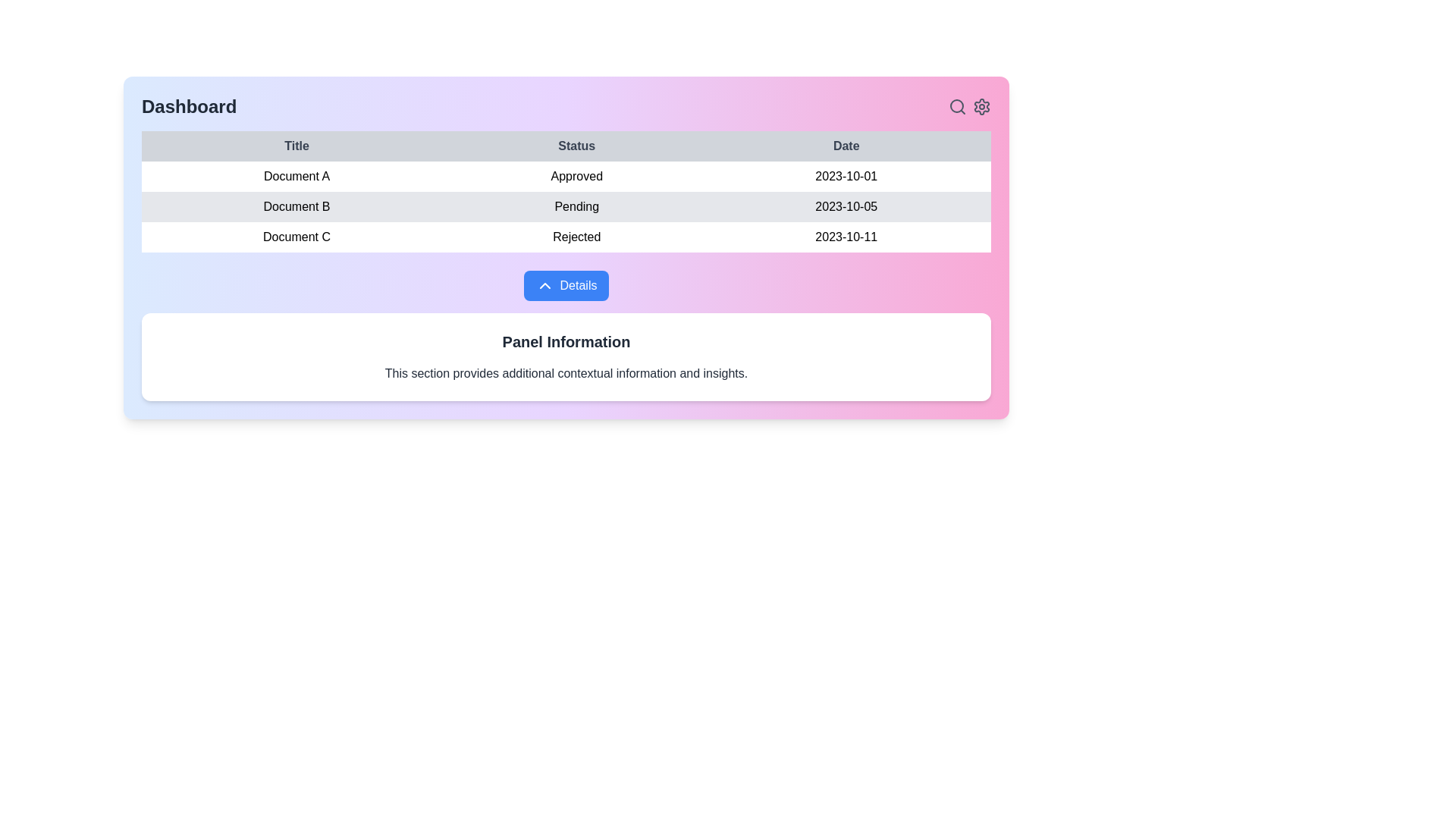  What do you see at coordinates (566, 207) in the screenshot?
I see `on the second row of the table containing the text blocks 'Document B', 'Pending', and '2023-10-05'` at bounding box center [566, 207].